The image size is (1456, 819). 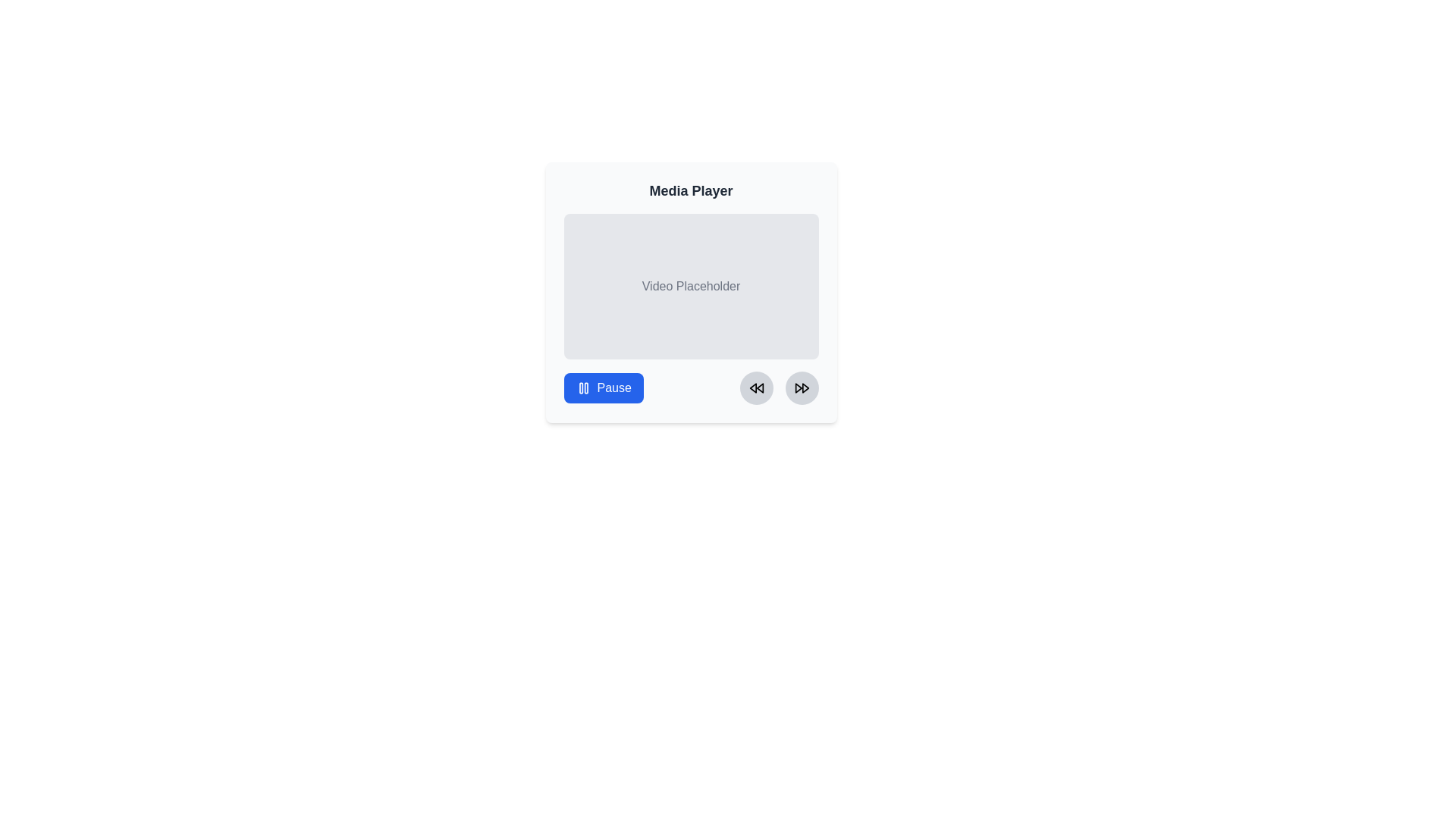 I want to click on the left segment of the 'pause' icon in the media player interface, which is located near the bottom center adjacent to the 'Pause' button, so click(x=580, y=388).